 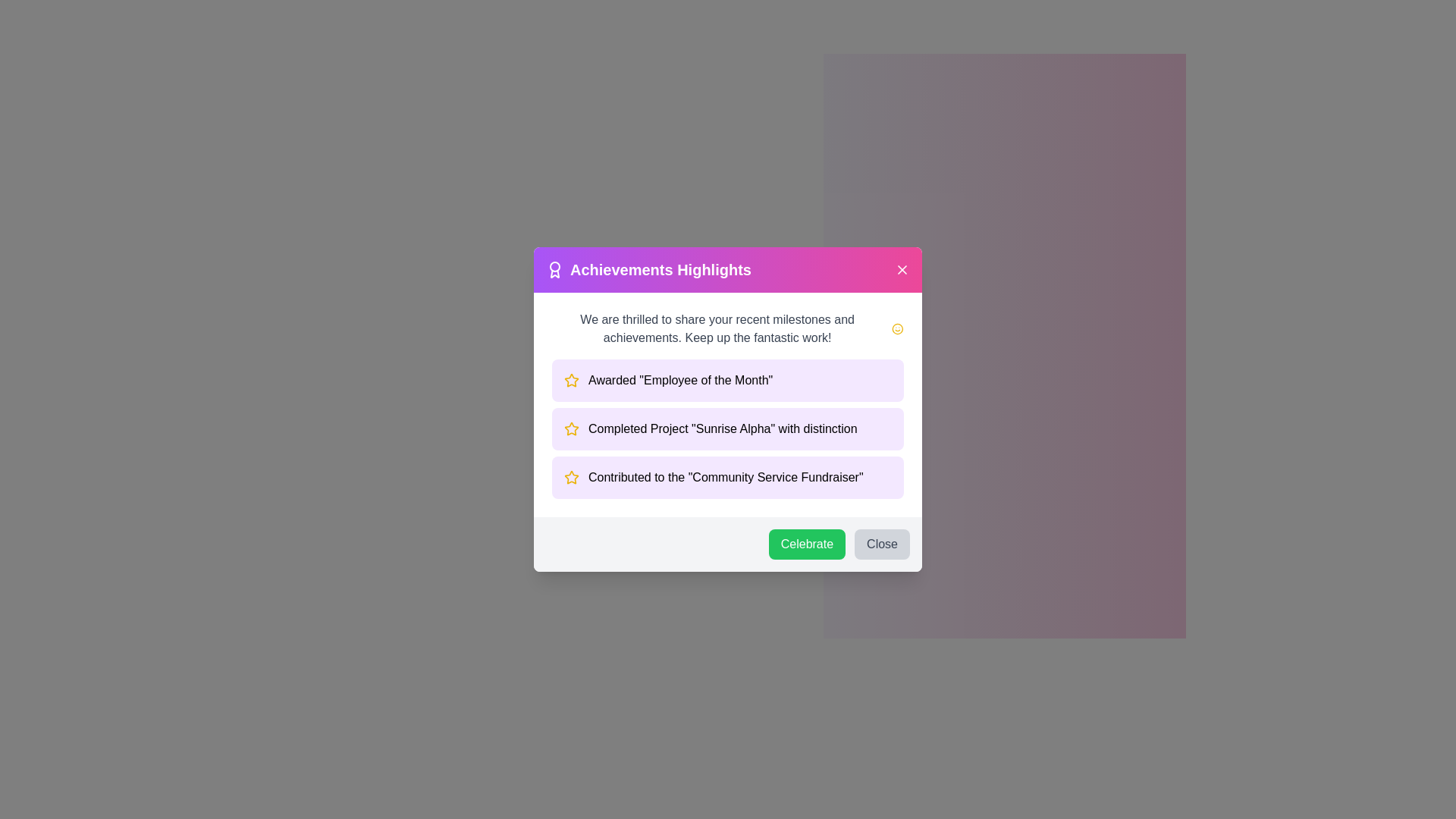 I want to click on the Close Button icon, which features a diagonal cross mark styled with fine lines, located in the top-right corner of the dialog's header, so click(x=902, y=268).